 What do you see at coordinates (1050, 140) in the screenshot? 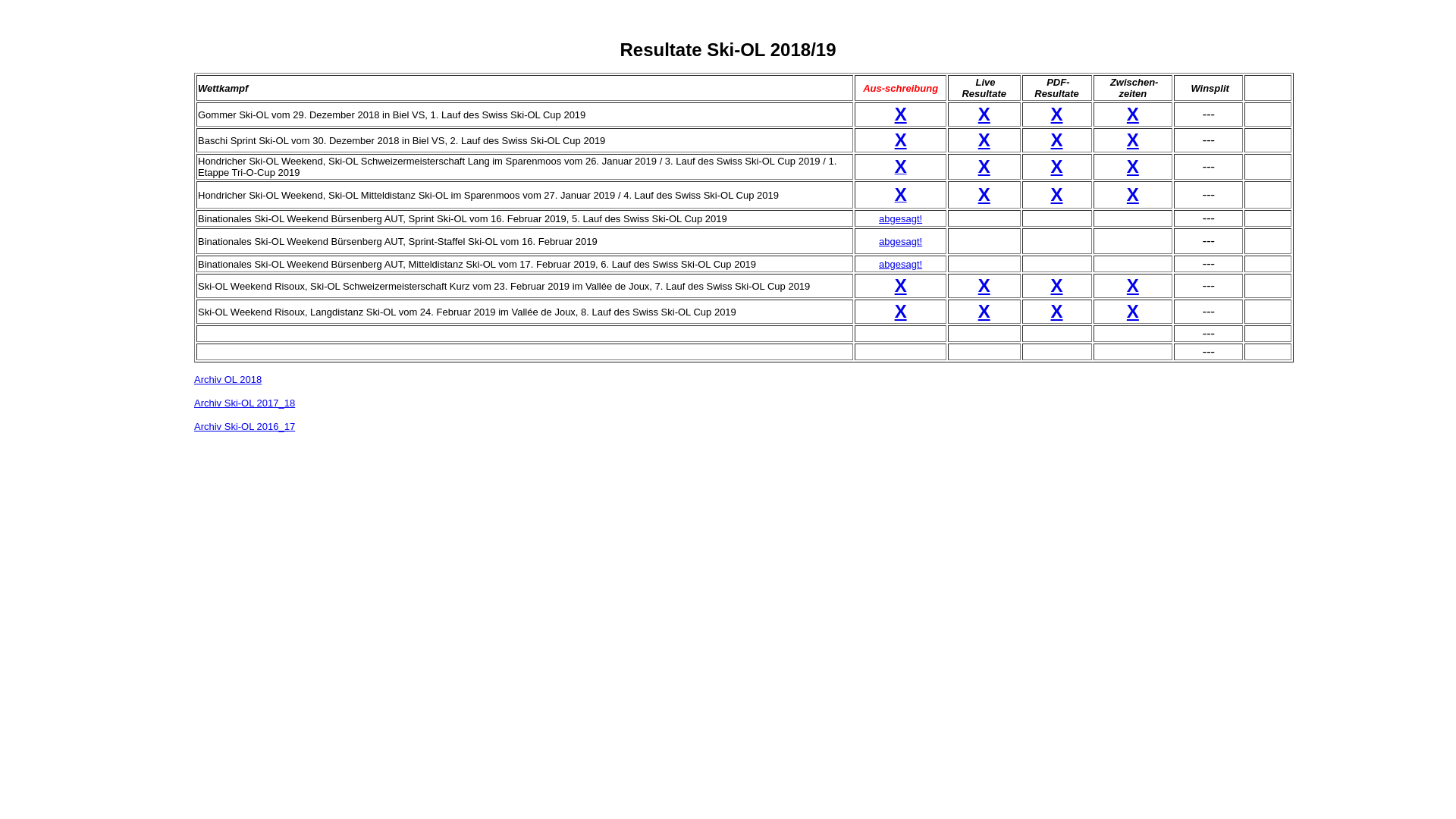
I see `'X'` at bounding box center [1050, 140].